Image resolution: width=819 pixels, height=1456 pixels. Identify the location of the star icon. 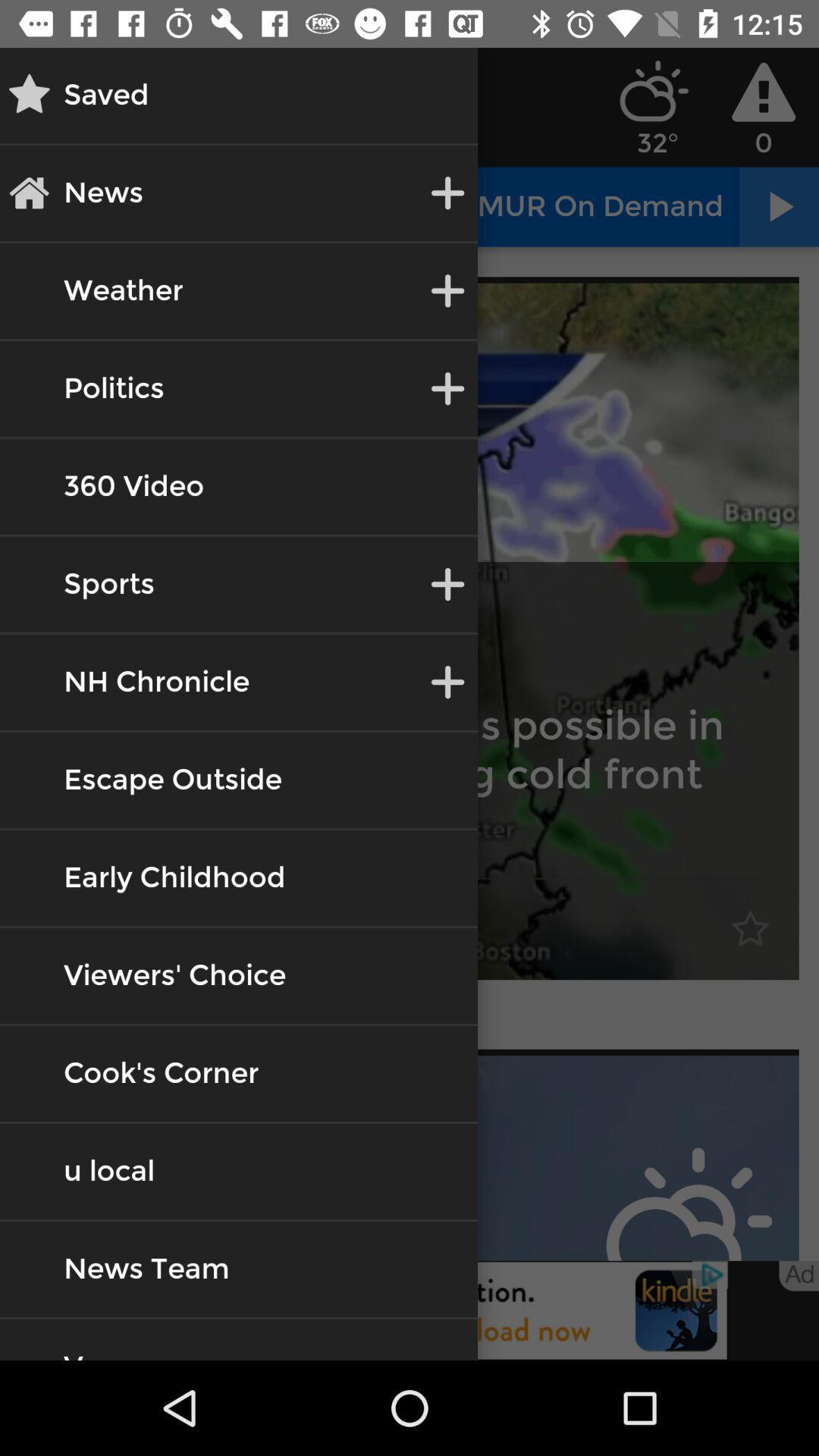
(55, 102).